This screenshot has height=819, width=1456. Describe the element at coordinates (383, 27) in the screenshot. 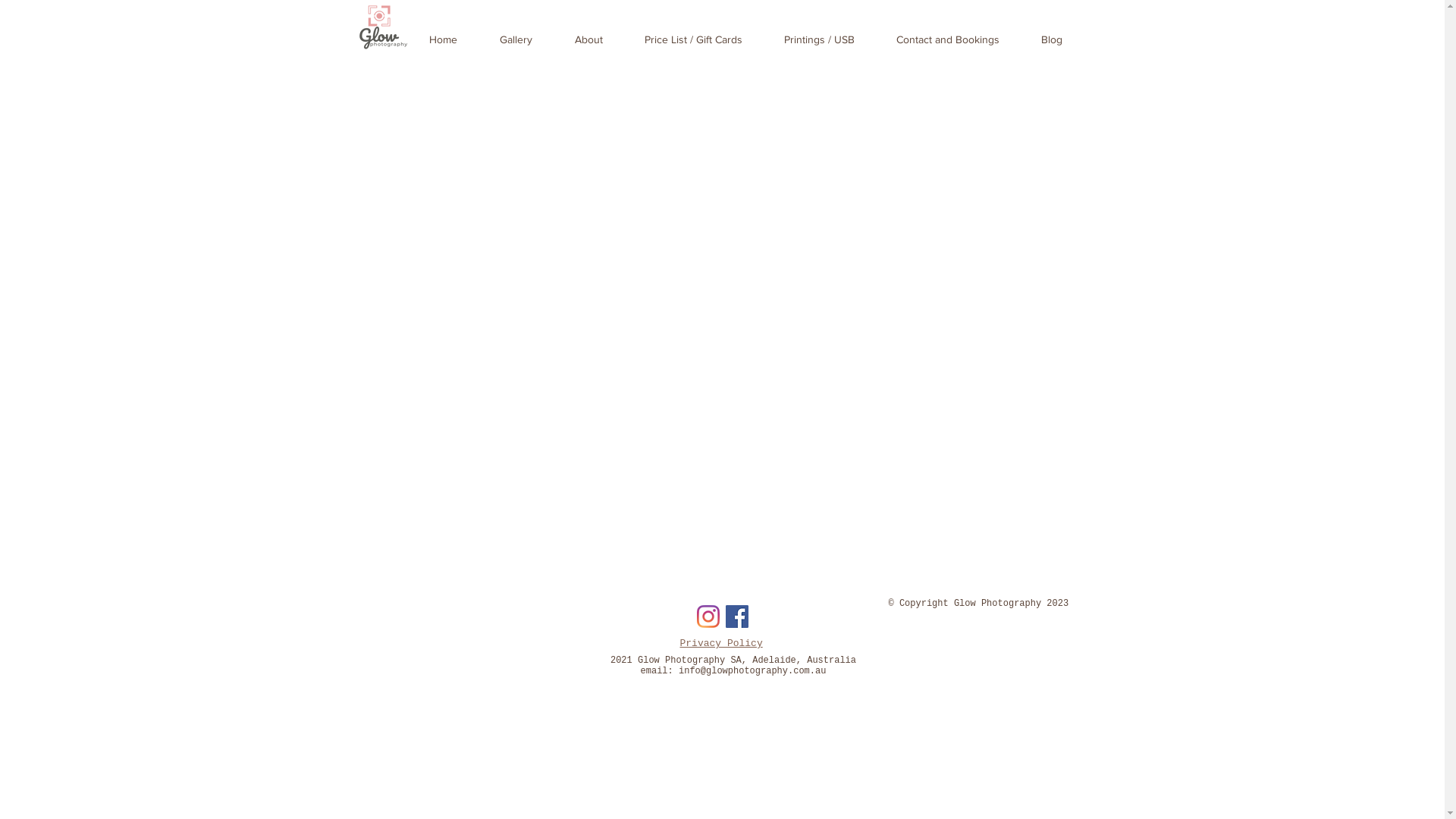

I see `'Glow Photography Logo tm'` at that location.